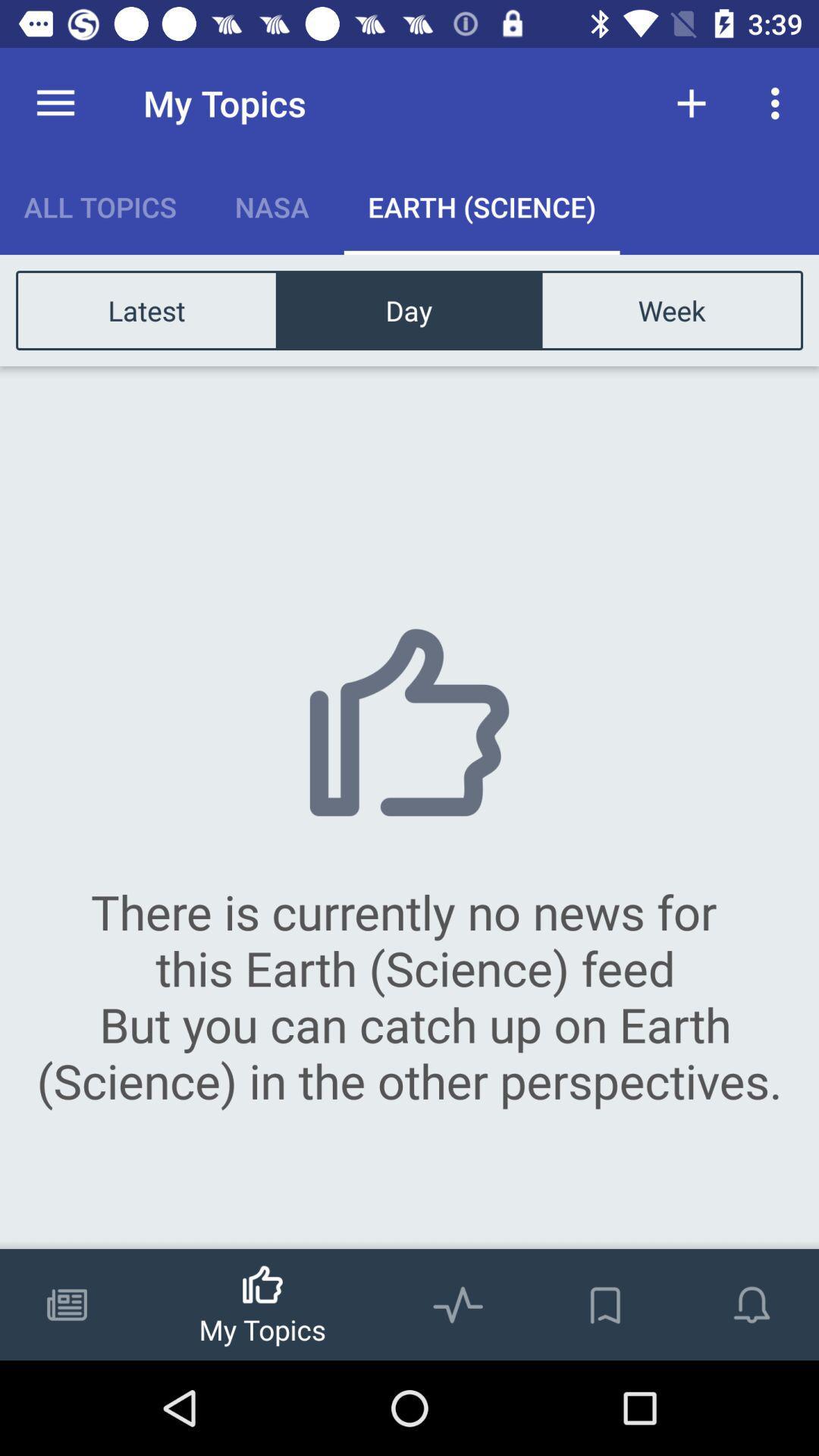 This screenshot has height=1456, width=819. I want to click on the icon next to week, so click(408, 309).